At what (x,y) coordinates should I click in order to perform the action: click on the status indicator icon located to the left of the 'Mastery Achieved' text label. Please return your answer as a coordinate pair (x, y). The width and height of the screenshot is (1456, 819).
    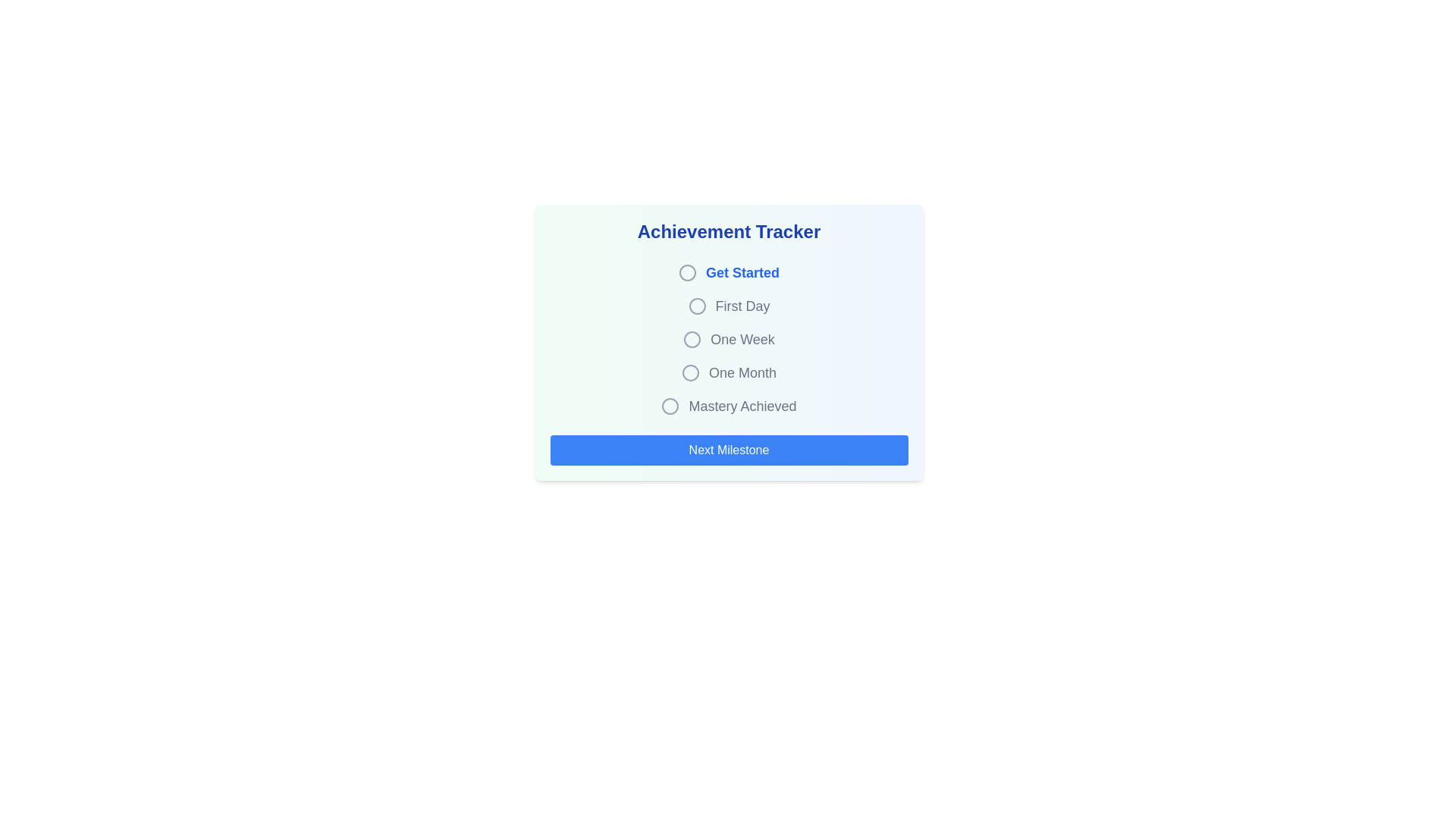
    Looking at the image, I should click on (670, 406).